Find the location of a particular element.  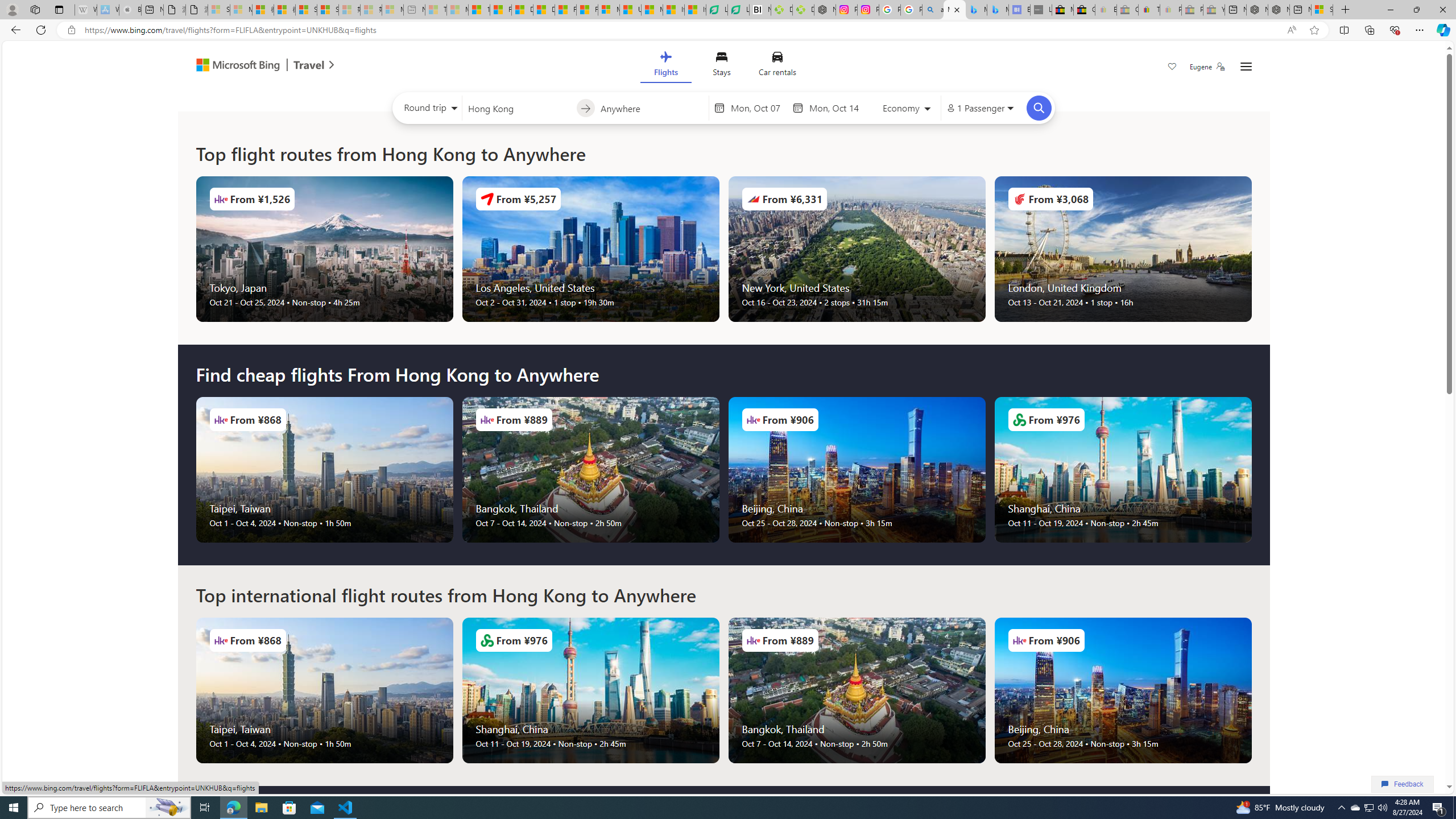

'Nvidia va a poner a prueba la paciencia de los inversores' is located at coordinates (760, 9).